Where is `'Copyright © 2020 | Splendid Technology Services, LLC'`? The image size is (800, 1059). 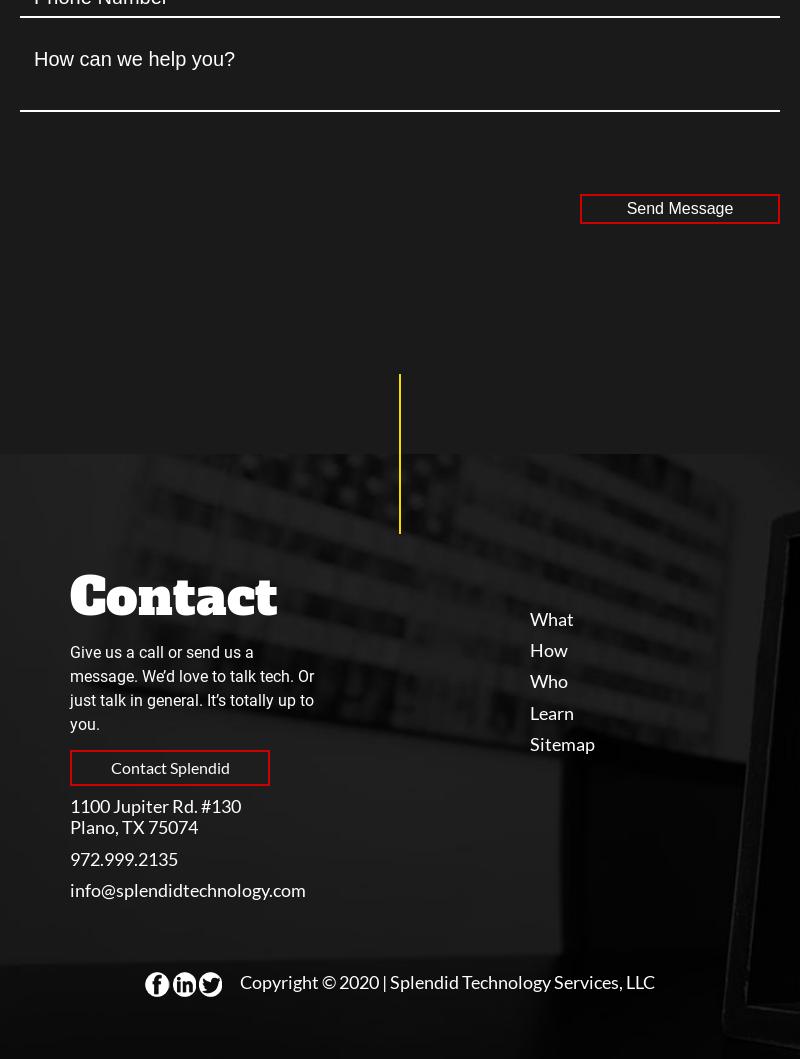 'Copyright © 2020 | Splendid Technology Services, LLC' is located at coordinates (239, 979).